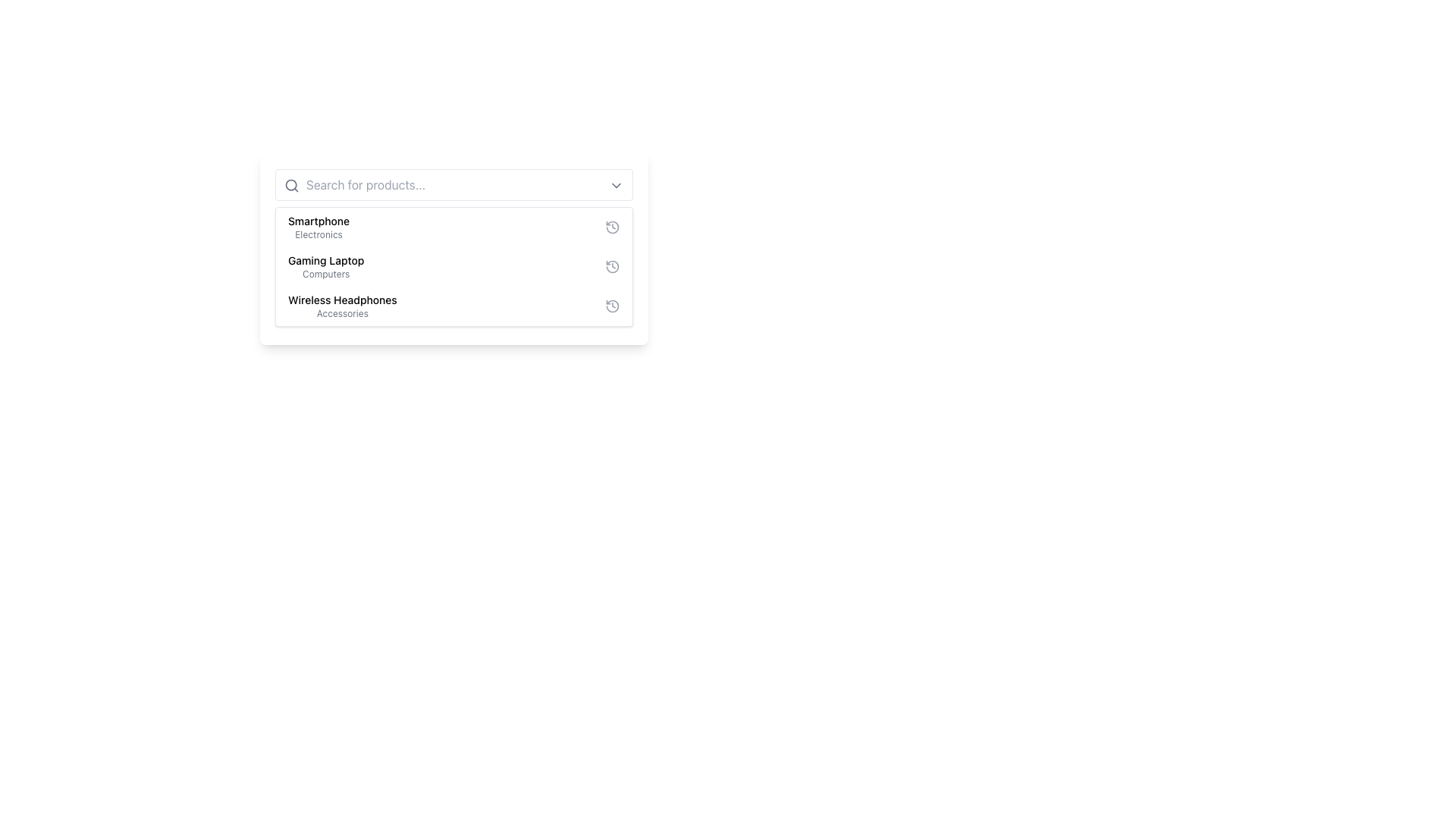 The height and width of the screenshot is (819, 1456). I want to click on to select the 'Gaming Laptop' list item in the product navigation menu, which is the second entry in the list under the 'Computers' category, so click(325, 265).